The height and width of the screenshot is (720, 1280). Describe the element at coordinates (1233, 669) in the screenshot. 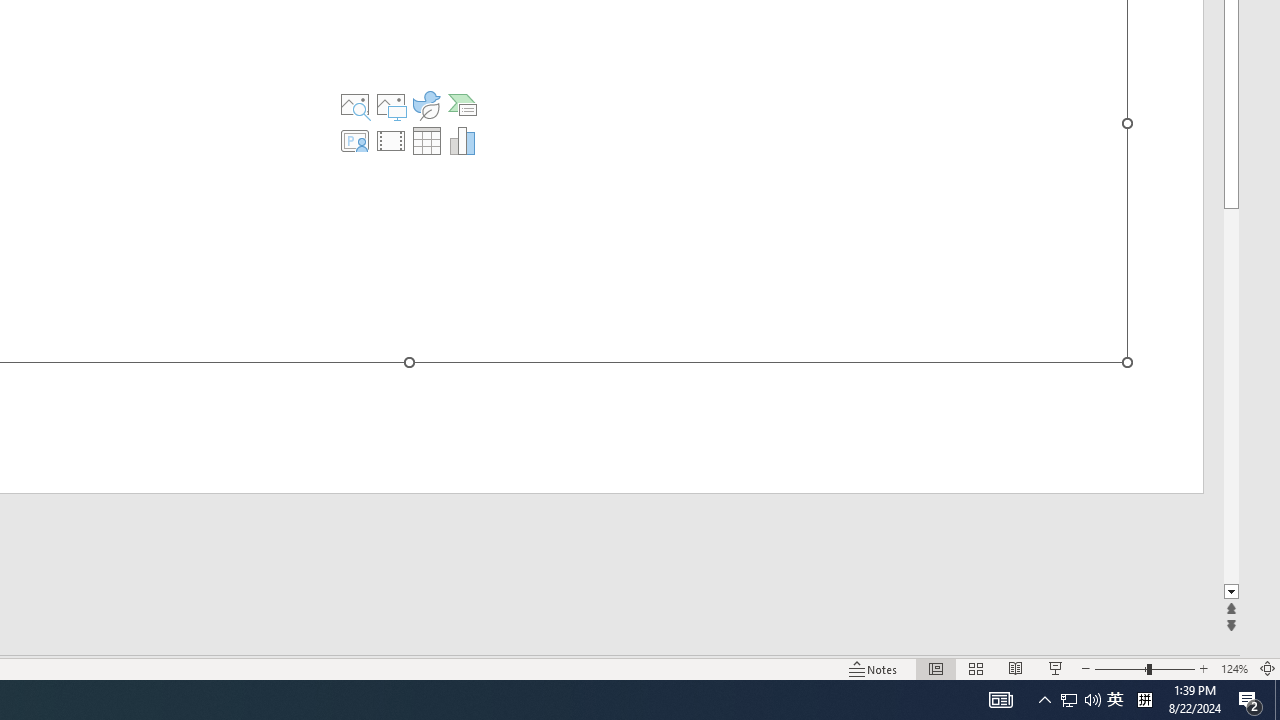

I see `'Zoom 124%'` at that location.